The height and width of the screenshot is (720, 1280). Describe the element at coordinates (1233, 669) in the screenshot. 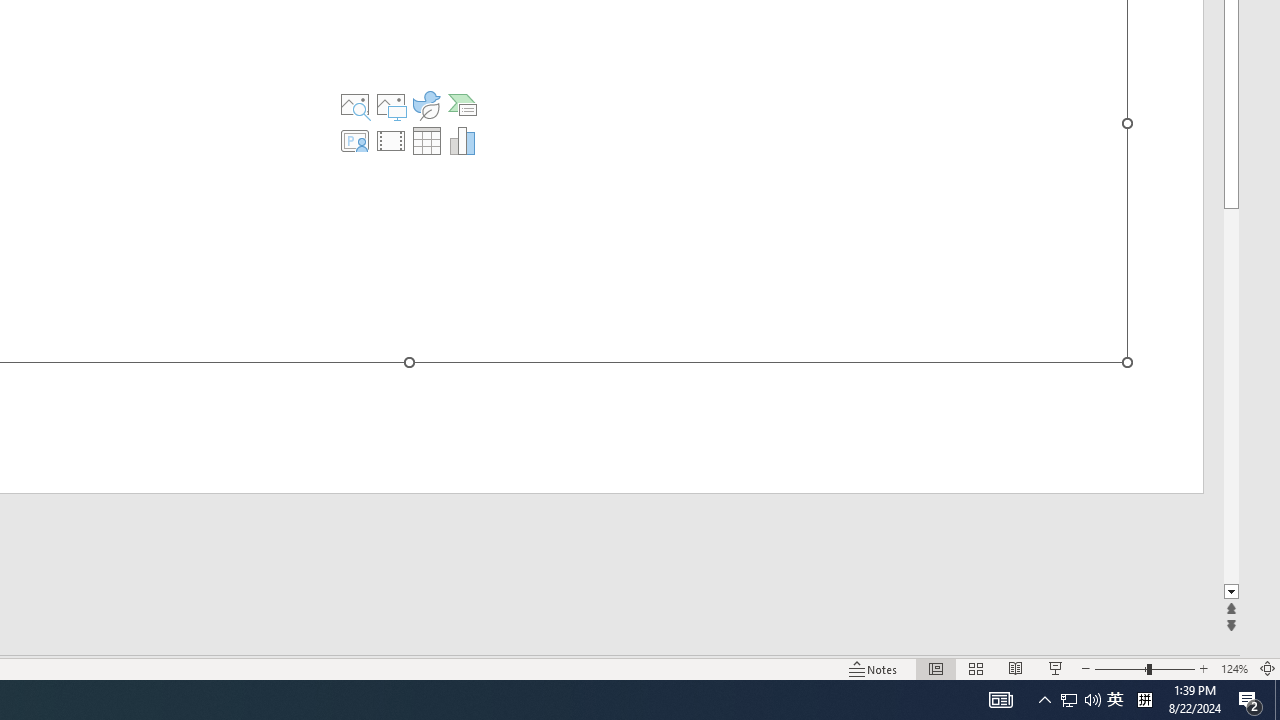

I see `'Zoom 124%'` at that location.